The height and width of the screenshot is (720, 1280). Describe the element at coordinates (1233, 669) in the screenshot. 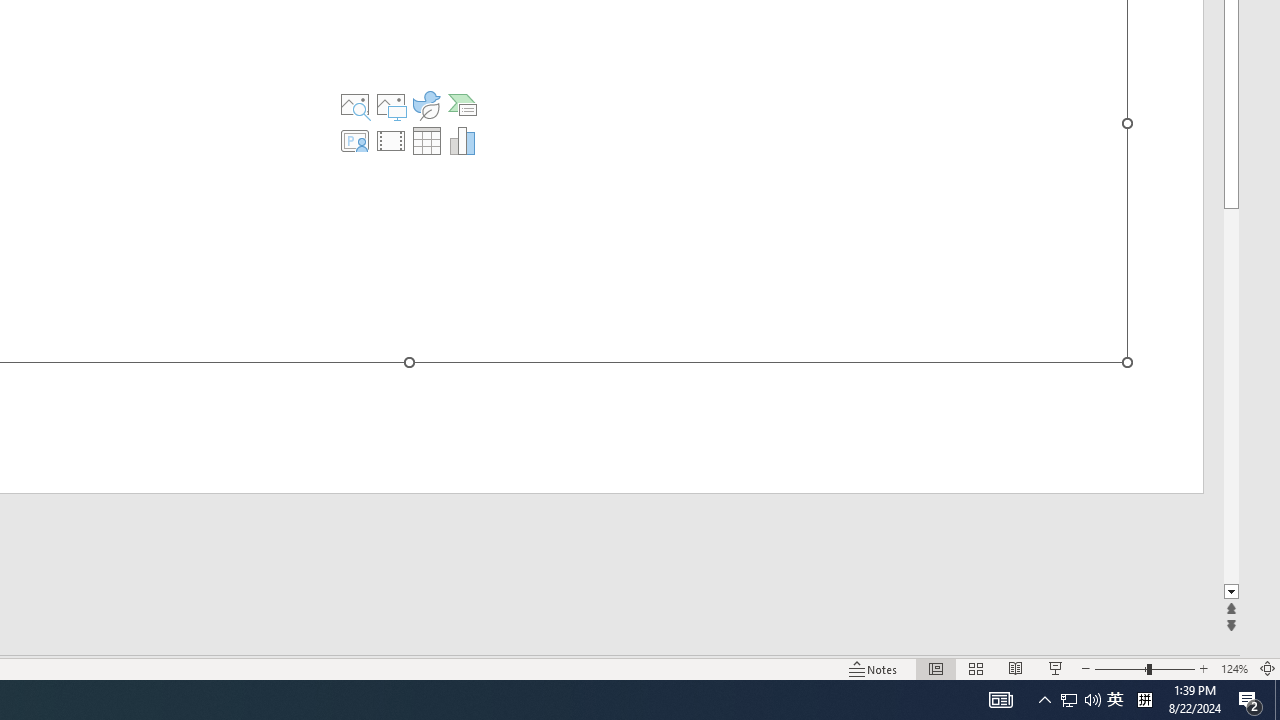

I see `'Zoom 124%'` at that location.